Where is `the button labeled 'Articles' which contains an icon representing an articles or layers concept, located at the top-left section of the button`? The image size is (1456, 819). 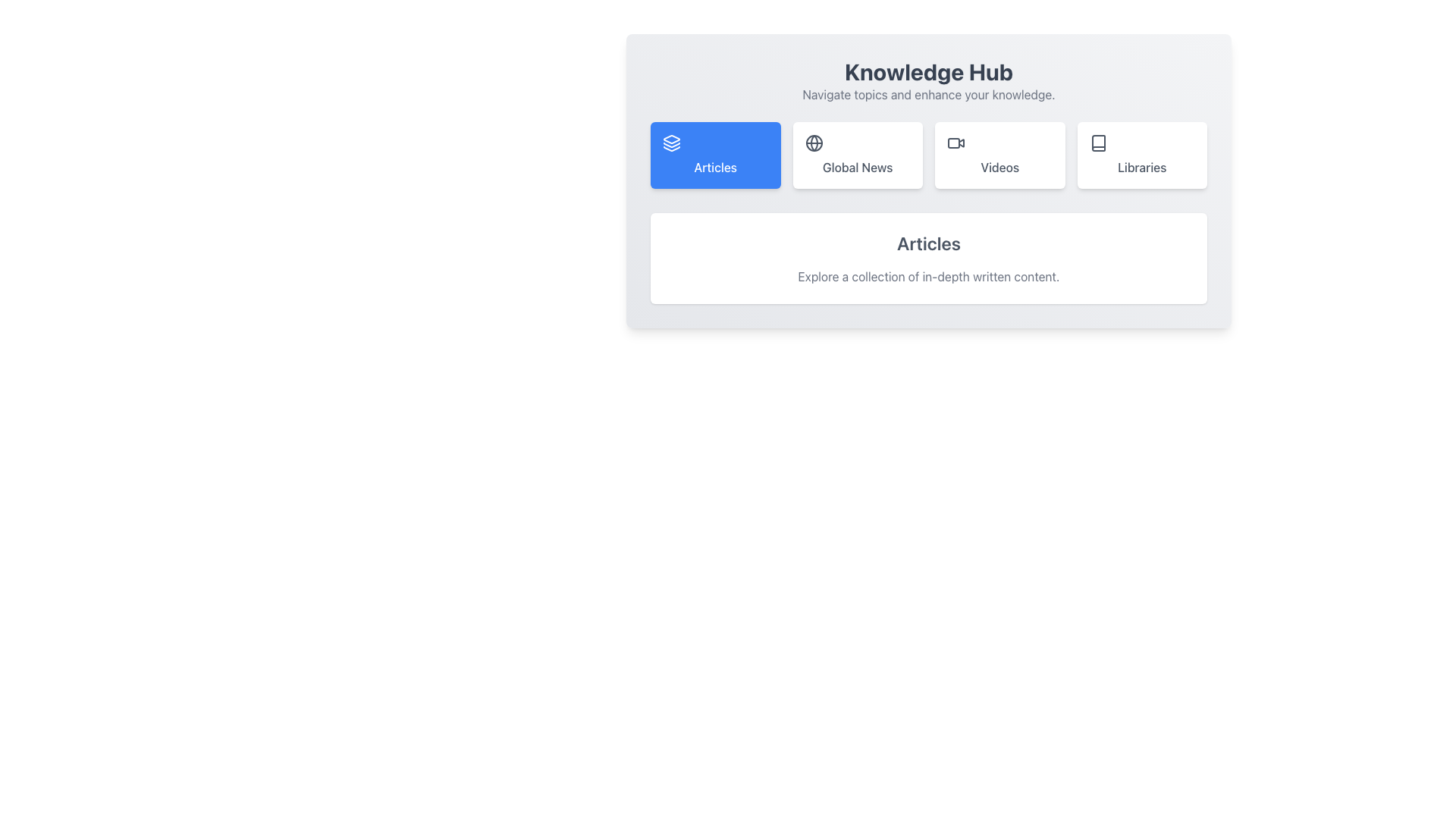 the button labeled 'Articles' which contains an icon representing an articles or layers concept, located at the top-left section of the button is located at coordinates (671, 143).